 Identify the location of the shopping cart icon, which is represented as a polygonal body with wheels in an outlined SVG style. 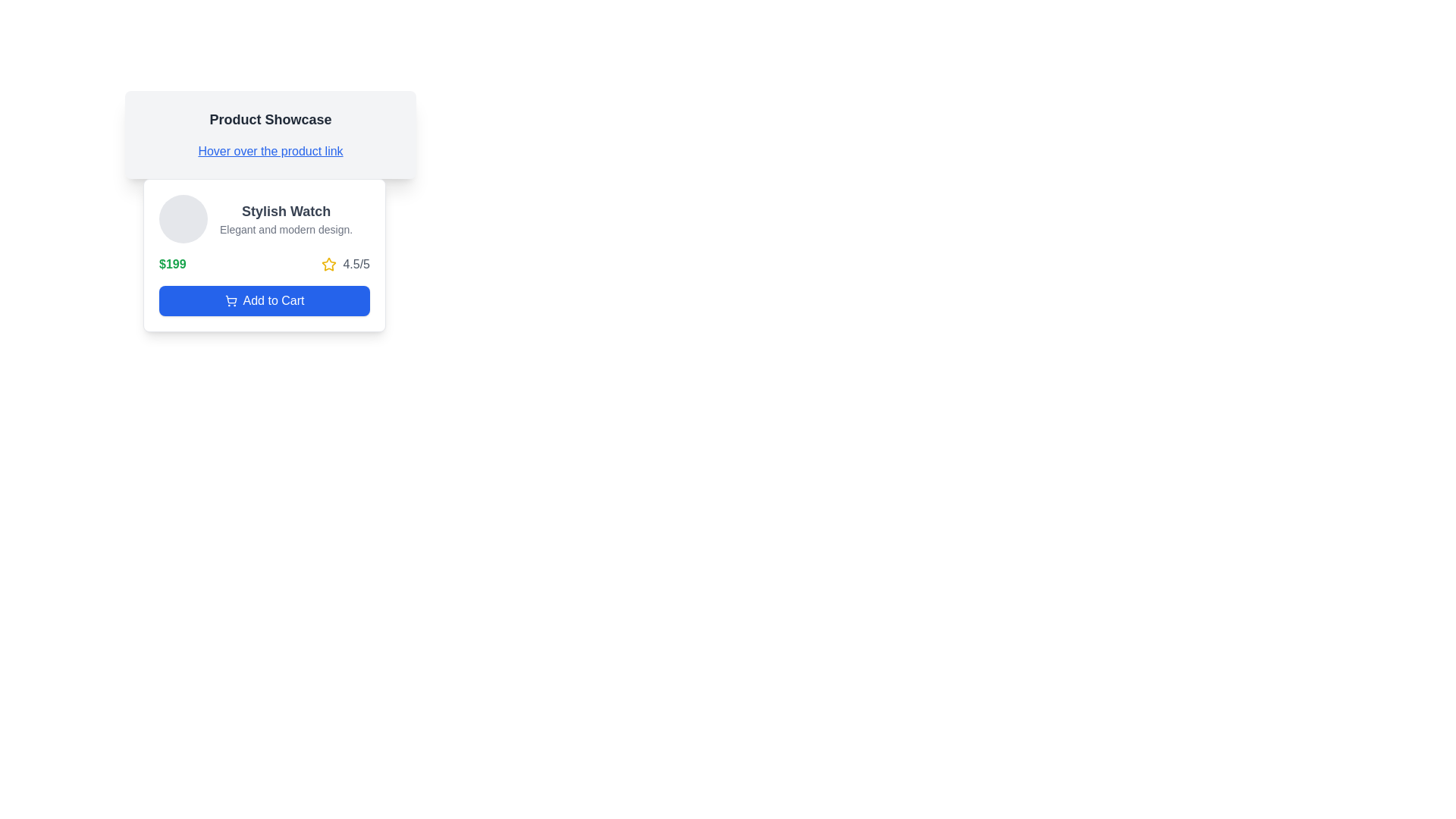
(230, 300).